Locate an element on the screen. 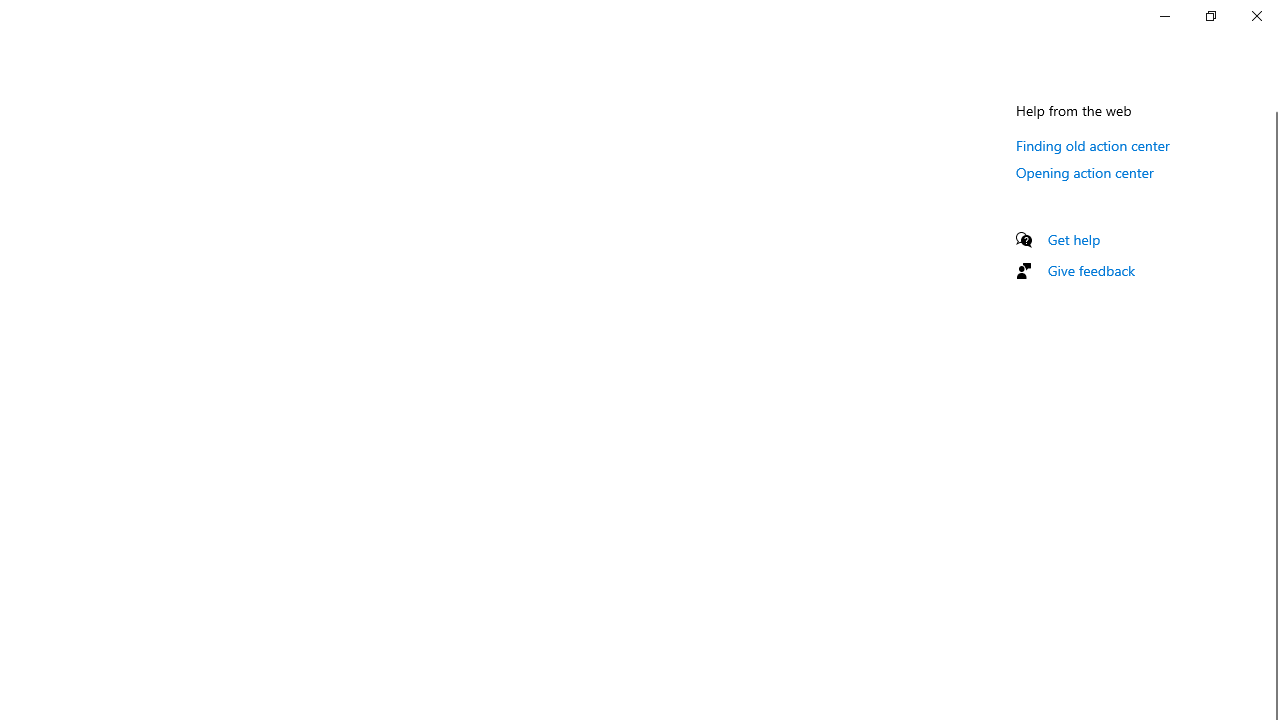 The image size is (1280, 720). 'Restore Settings' is located at coordinates (1209, 15).